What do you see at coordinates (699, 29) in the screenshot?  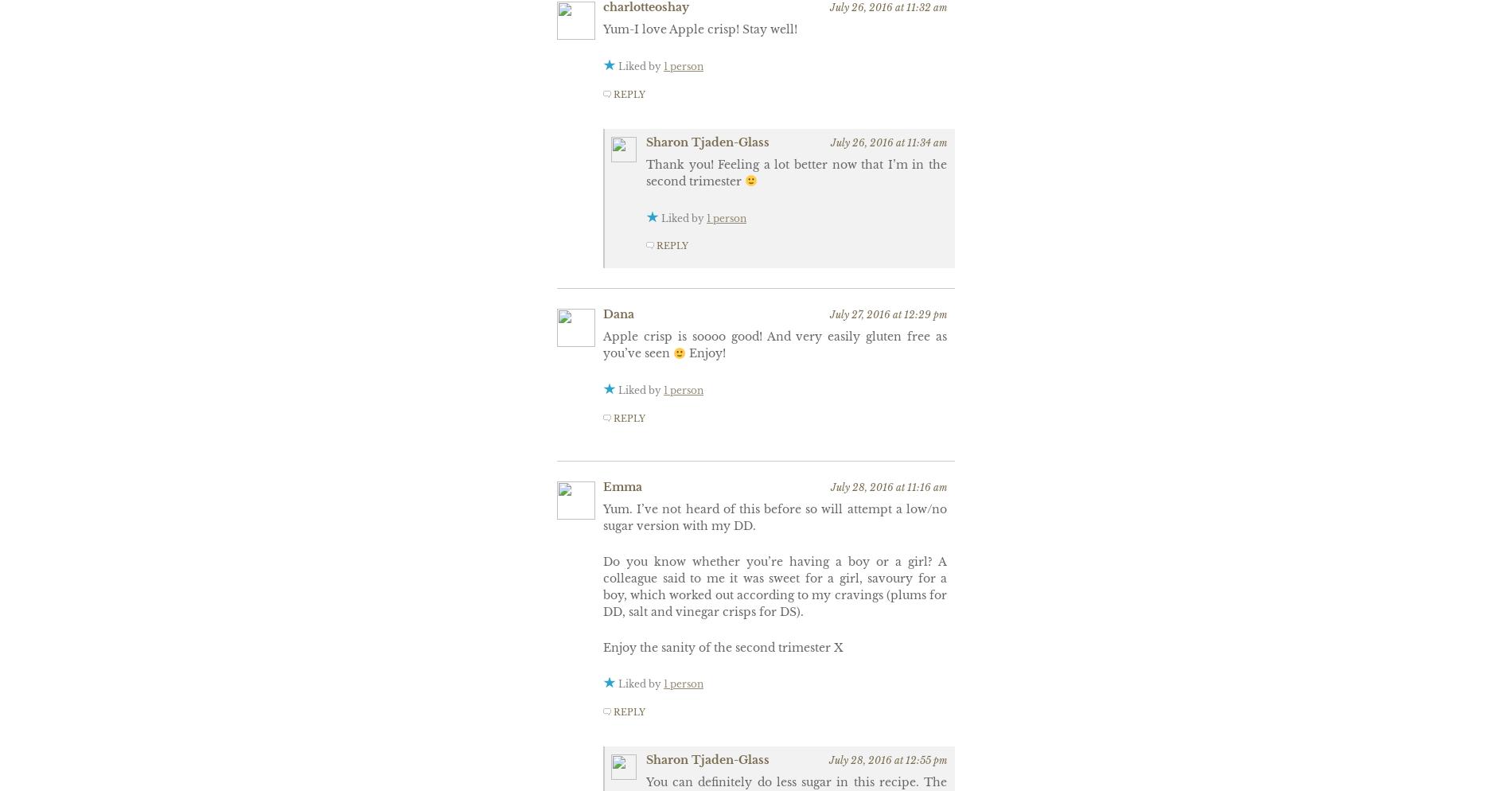 I see `'Yum-I love Apple crisp! Stay well!'` at bounding box center [699, 29].